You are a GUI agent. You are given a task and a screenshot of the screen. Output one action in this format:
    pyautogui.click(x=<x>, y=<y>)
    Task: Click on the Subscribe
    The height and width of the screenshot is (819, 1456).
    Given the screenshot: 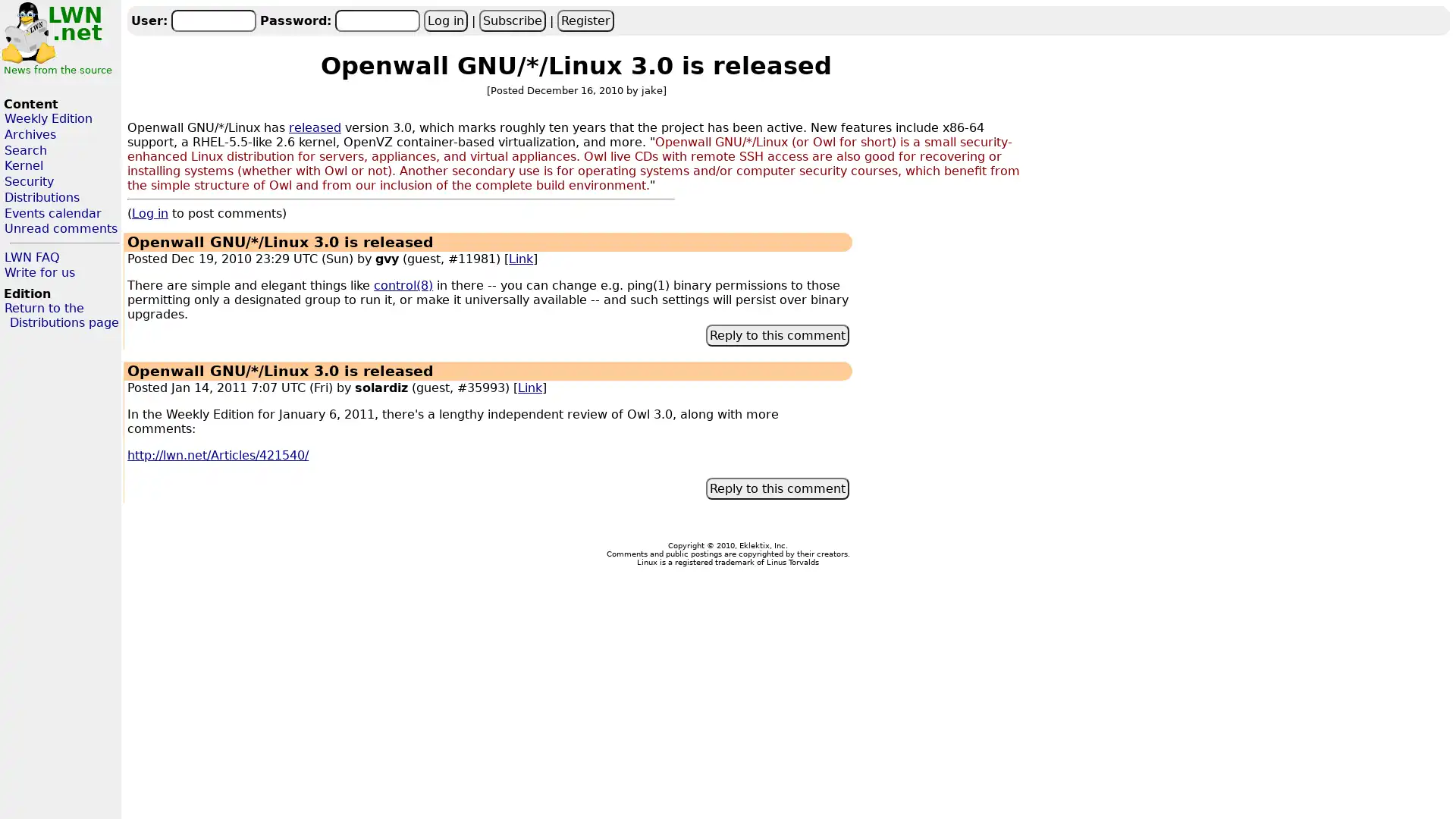 What is the action you would take?
    pyautogui.click(x=512, y=20)
    